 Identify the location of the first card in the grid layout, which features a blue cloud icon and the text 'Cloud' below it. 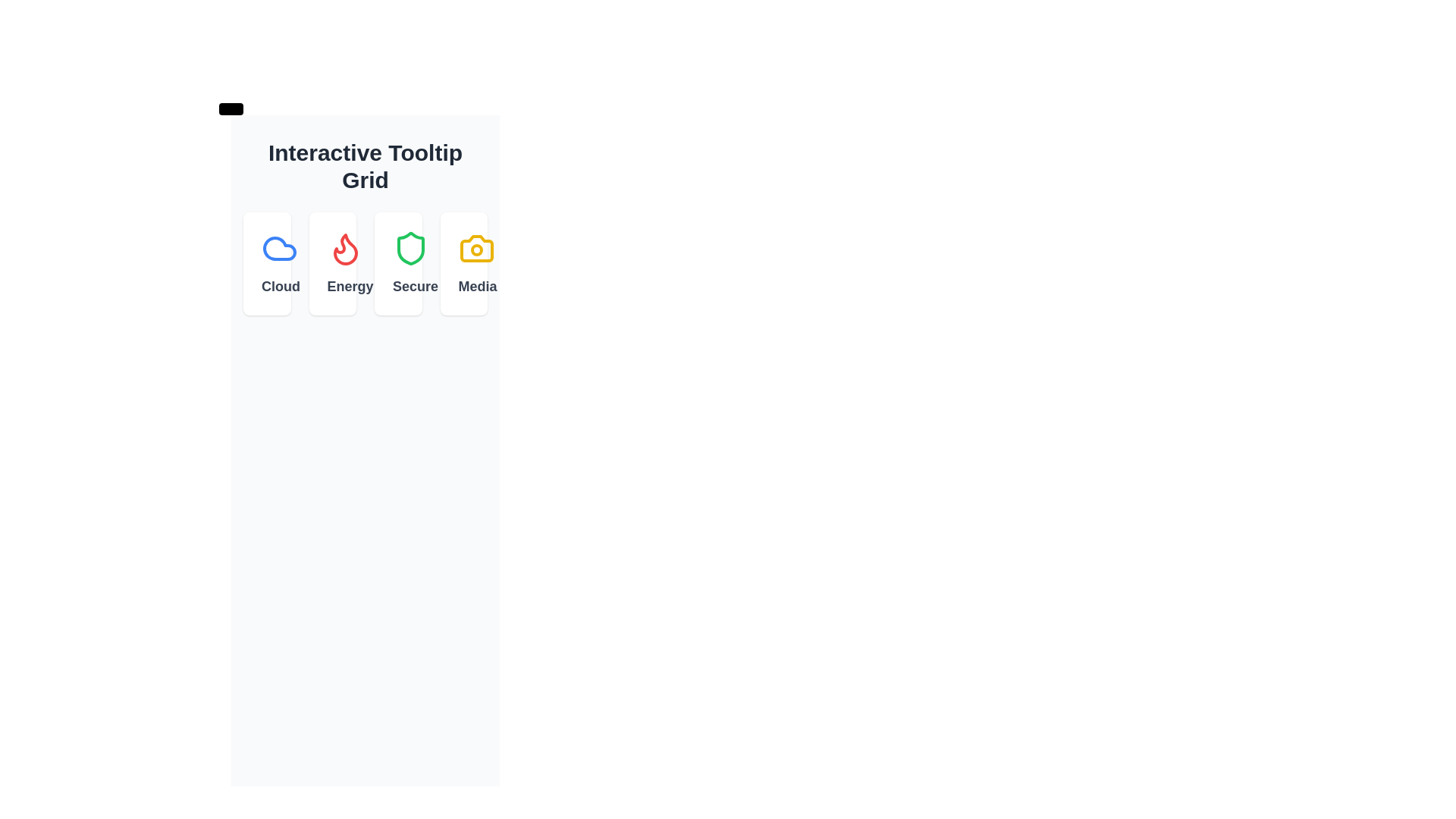
(267, 262).